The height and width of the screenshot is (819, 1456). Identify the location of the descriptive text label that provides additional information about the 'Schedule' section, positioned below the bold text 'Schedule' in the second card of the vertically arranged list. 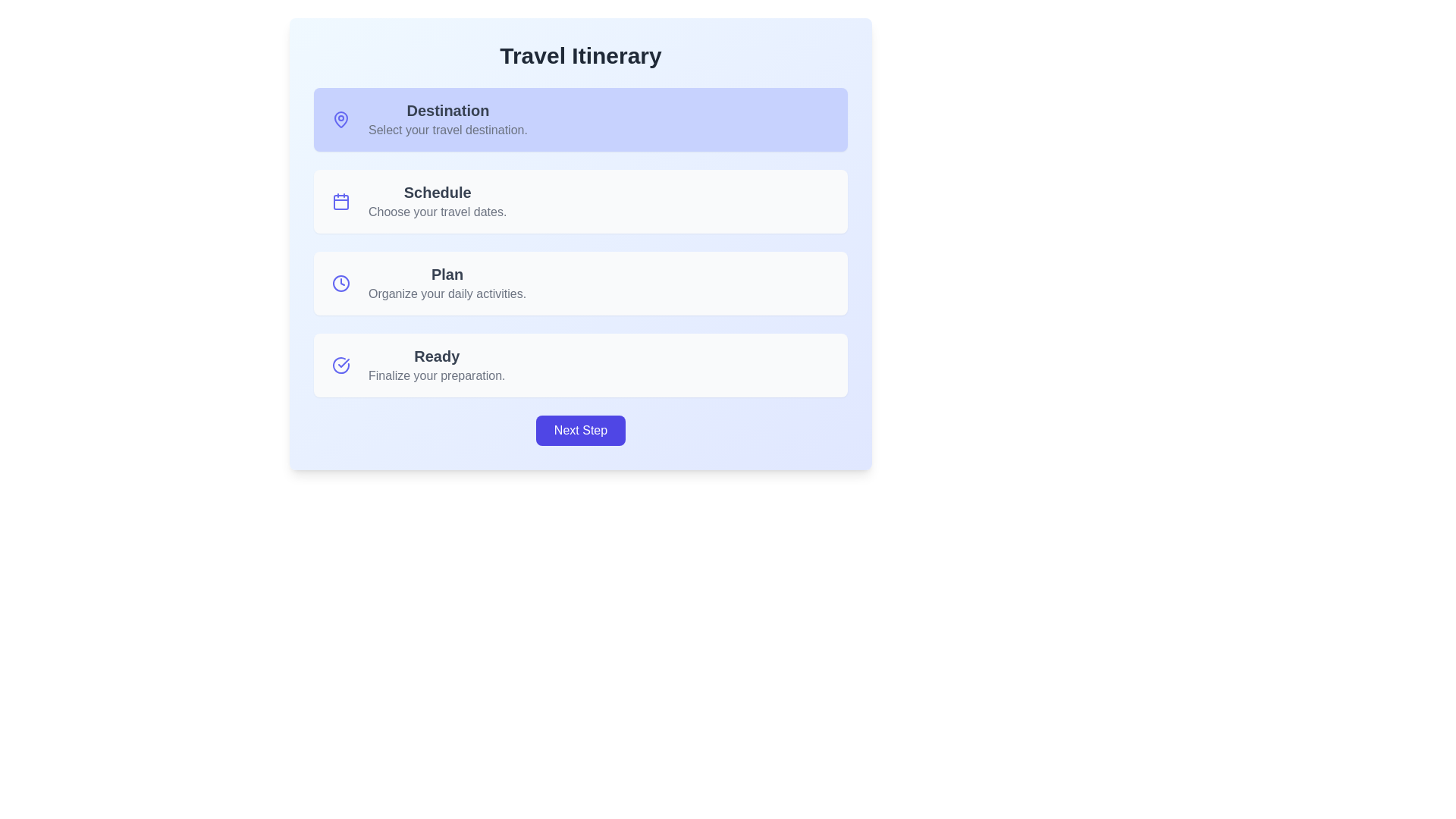
(437, 212).